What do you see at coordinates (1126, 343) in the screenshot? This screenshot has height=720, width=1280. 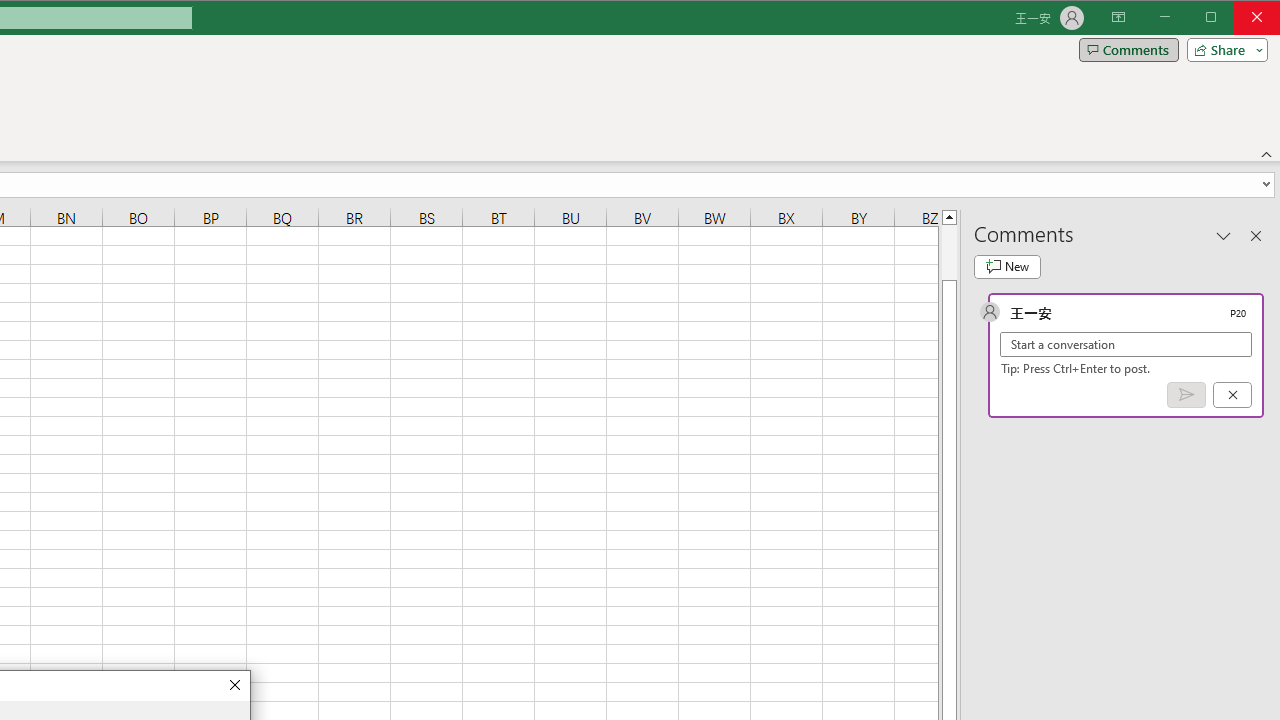 I see `'Start a conversation'` at bounding box center [1126, 343].